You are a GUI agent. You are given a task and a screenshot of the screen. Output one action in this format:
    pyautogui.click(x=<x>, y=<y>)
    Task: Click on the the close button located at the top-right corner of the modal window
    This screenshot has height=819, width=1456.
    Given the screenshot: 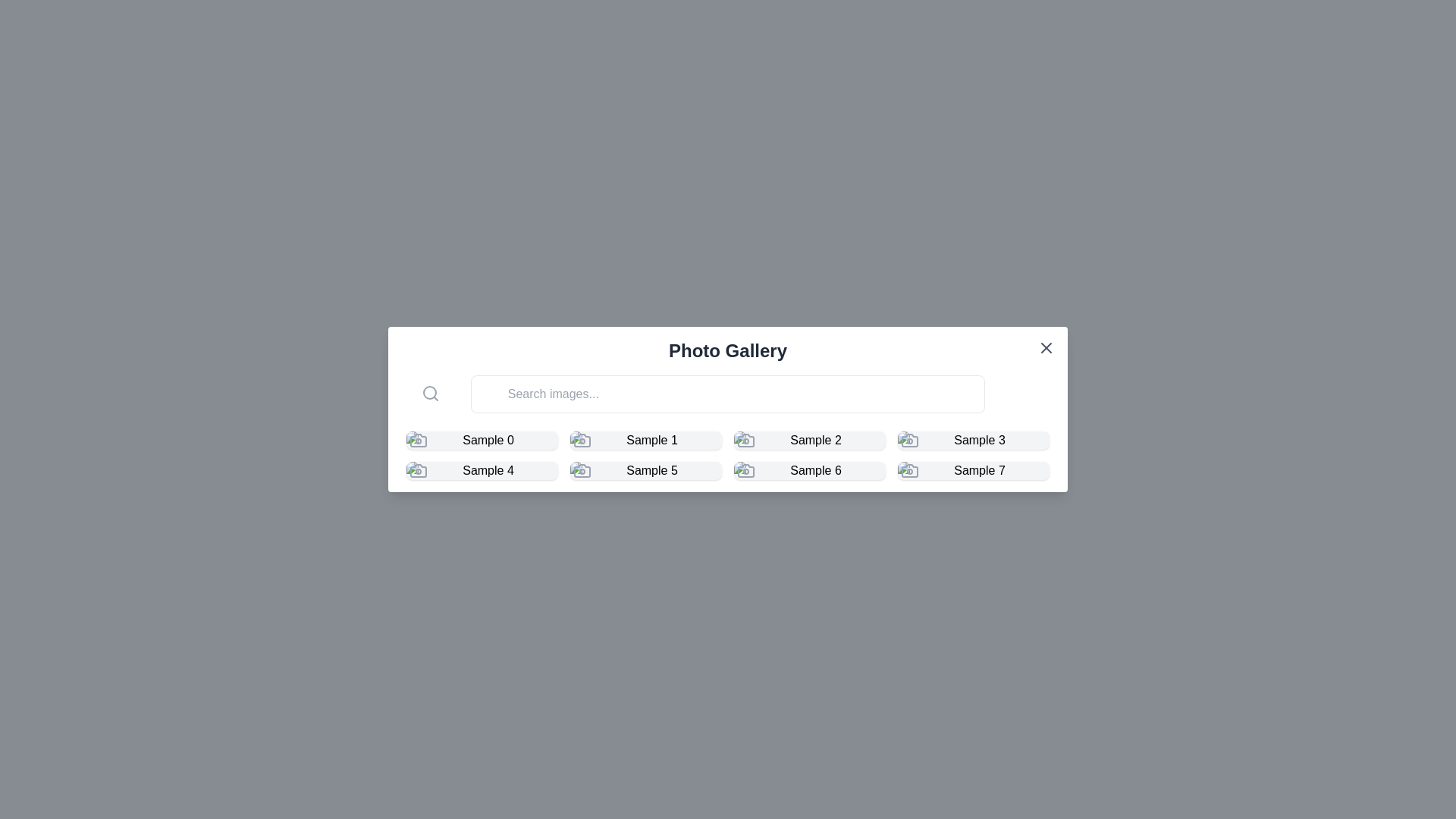 What is the action you would take?
    pyautogui.click(x=1046, y=348)
    